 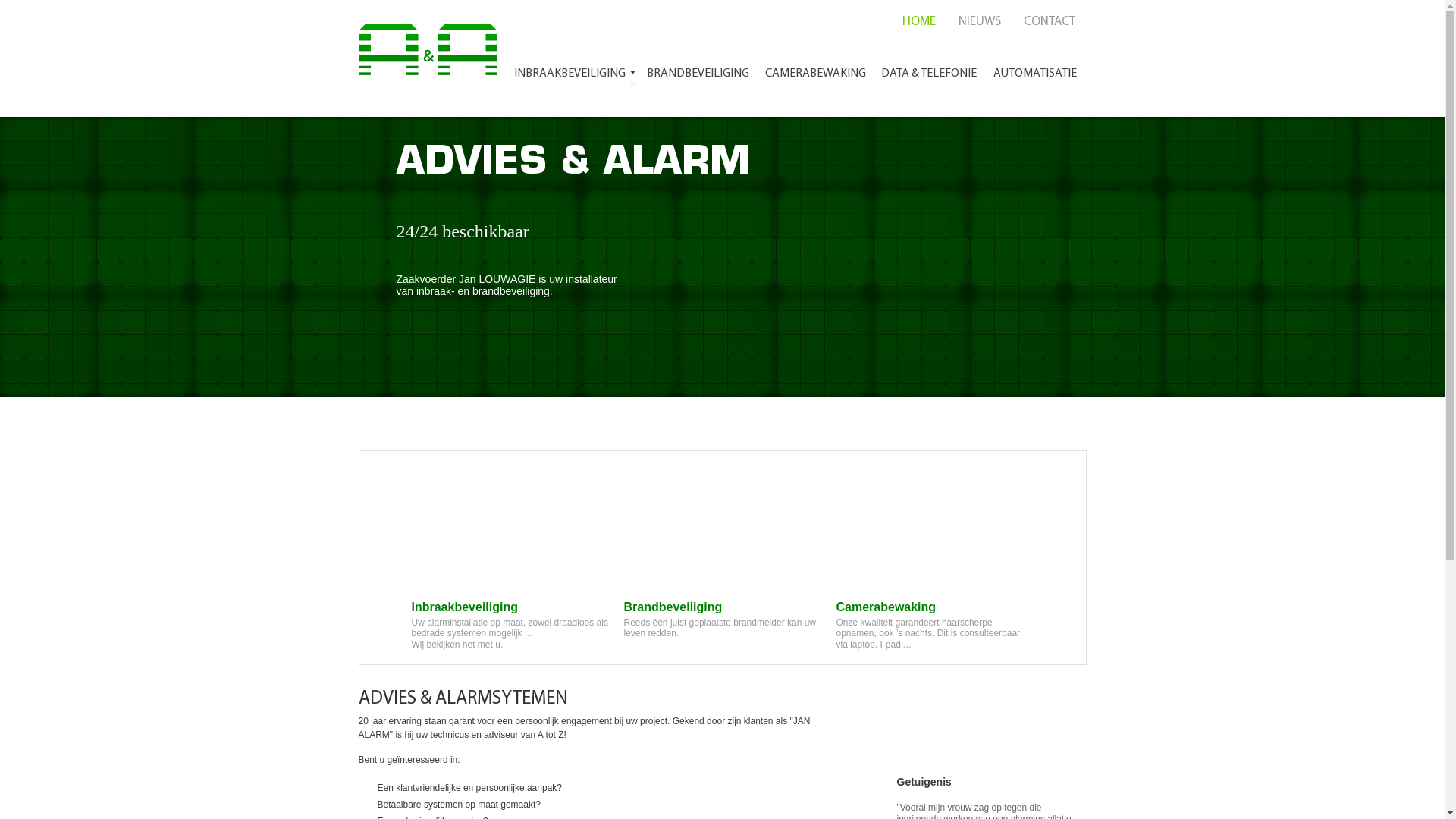 I want to click on 'HOME', so click(x=917, y=21).